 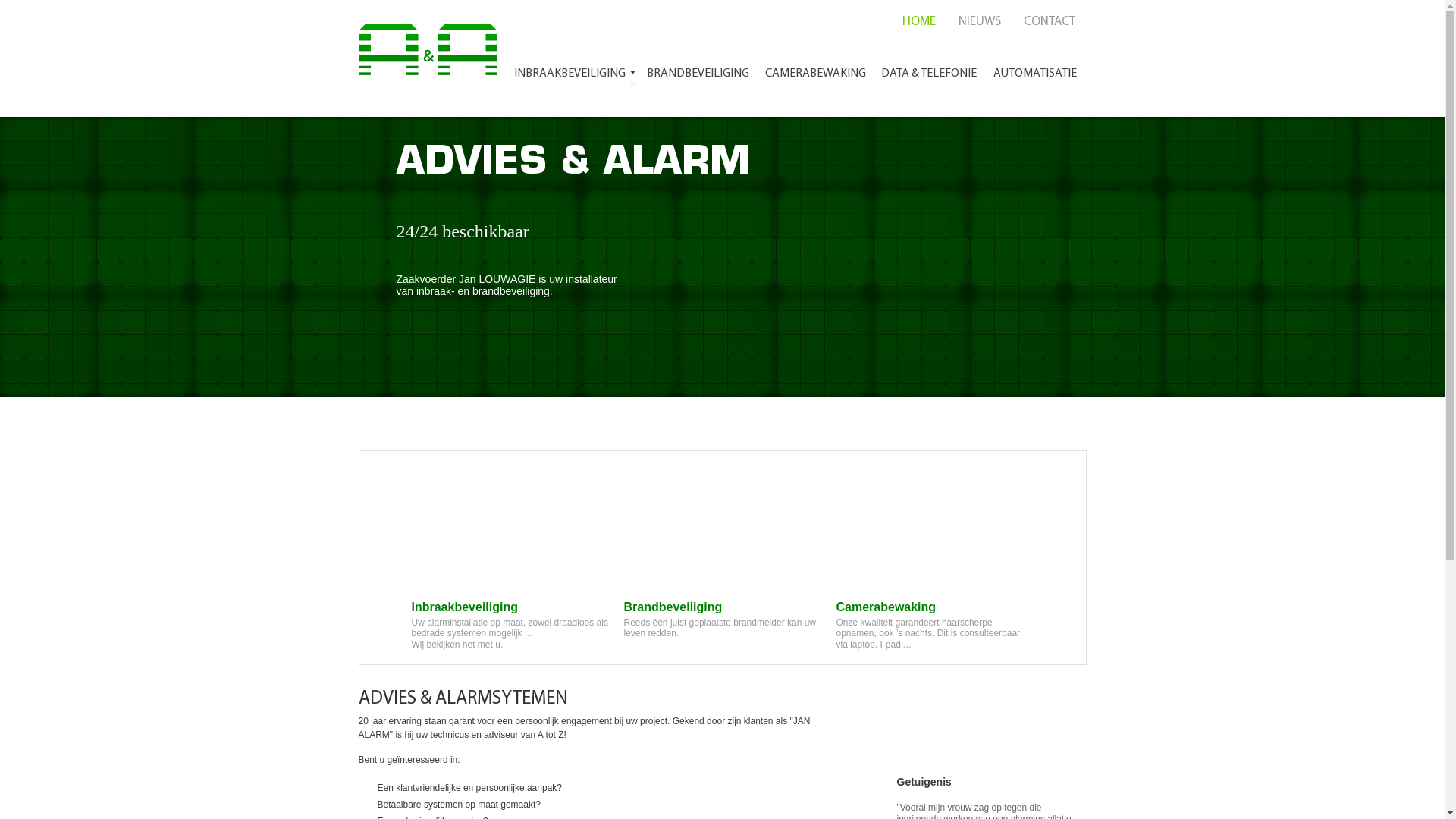 I want to click on 'HOME', so click(x=917, y=21).